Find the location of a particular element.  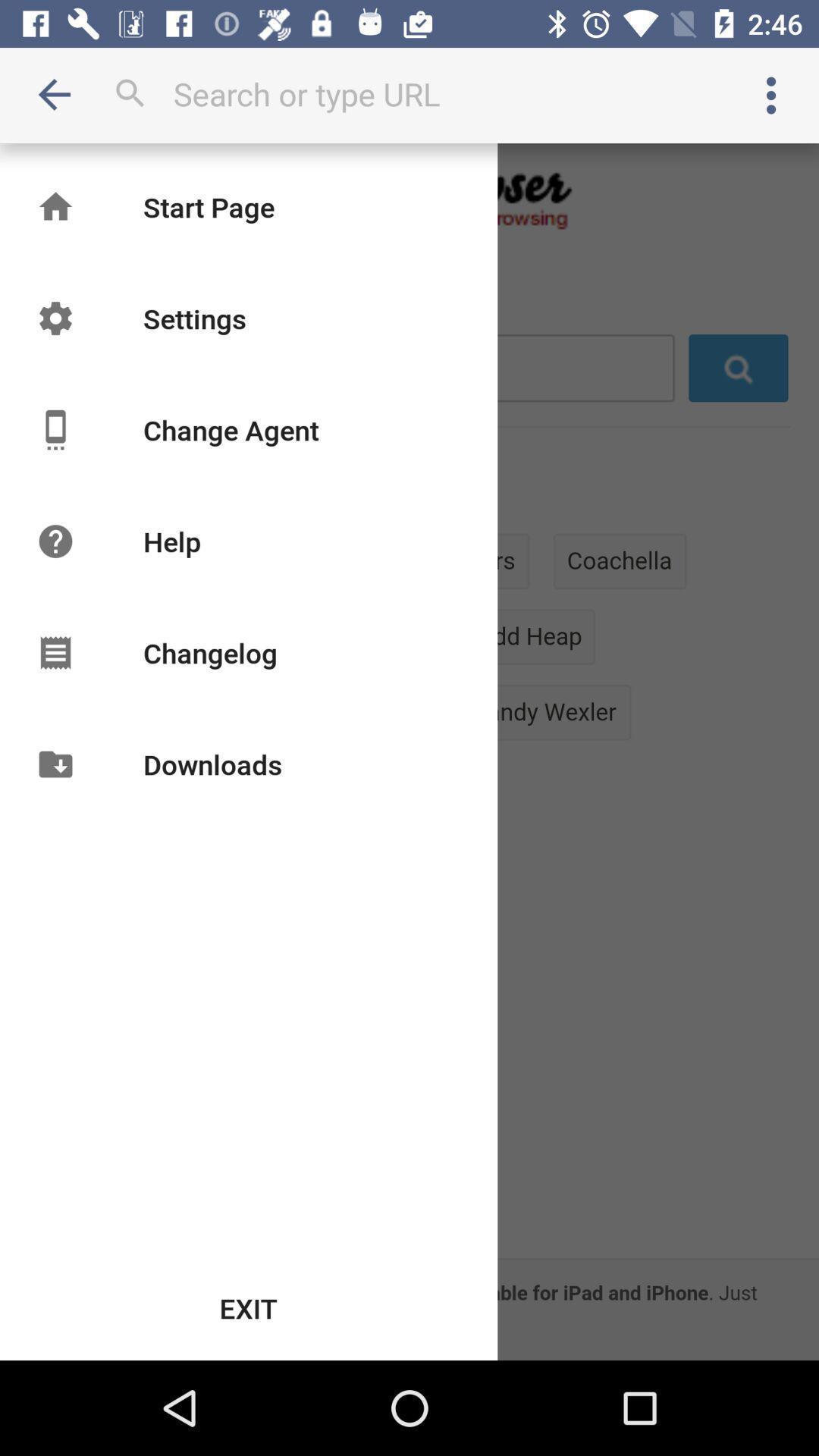

the exit is located at coordinates (248, 1307).